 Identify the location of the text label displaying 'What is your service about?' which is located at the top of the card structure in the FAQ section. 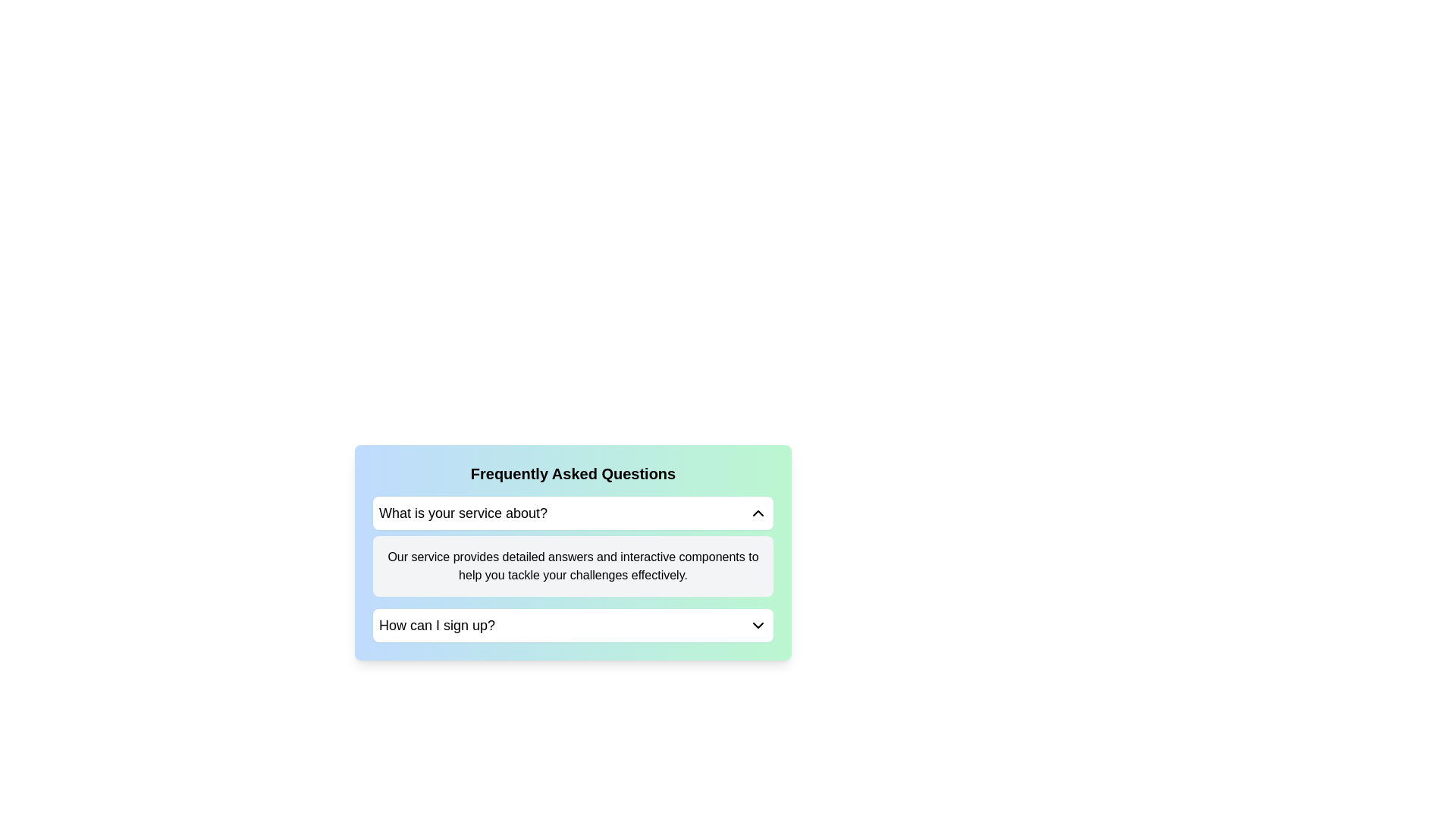
(463, 513).